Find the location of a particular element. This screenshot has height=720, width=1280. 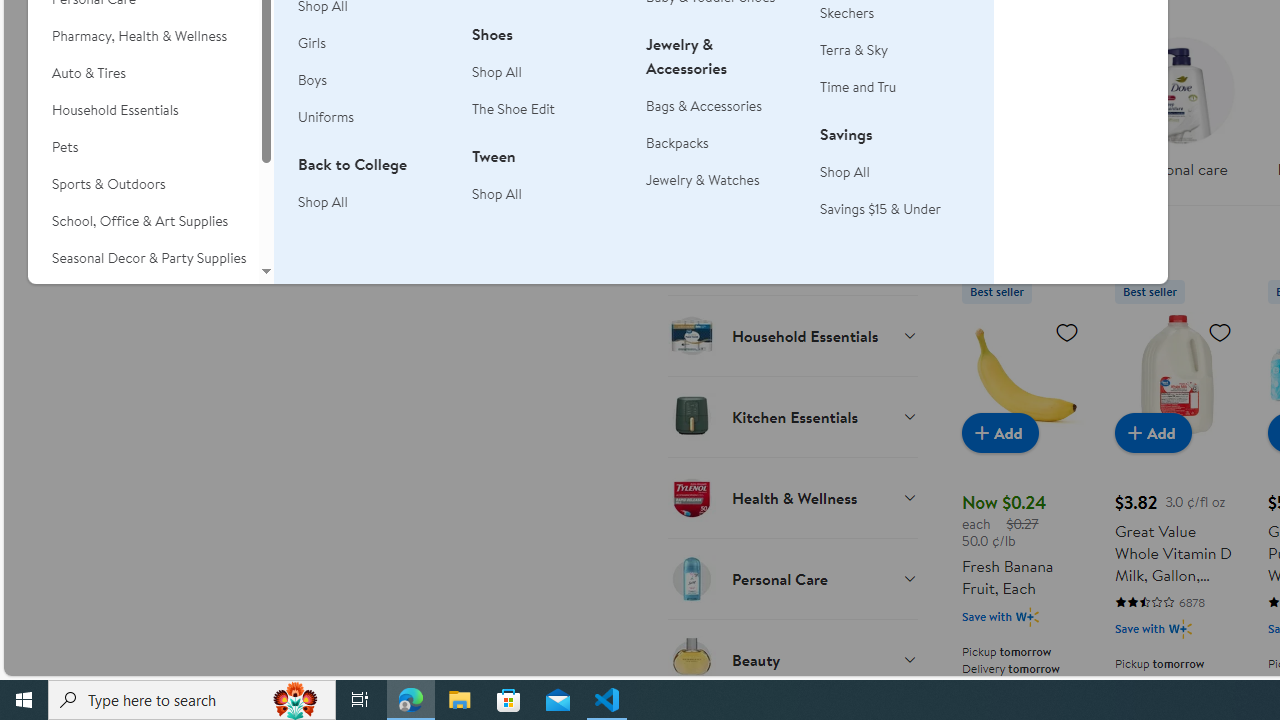

'Back to CollegeShop All' is located at coordinates (373, 194).